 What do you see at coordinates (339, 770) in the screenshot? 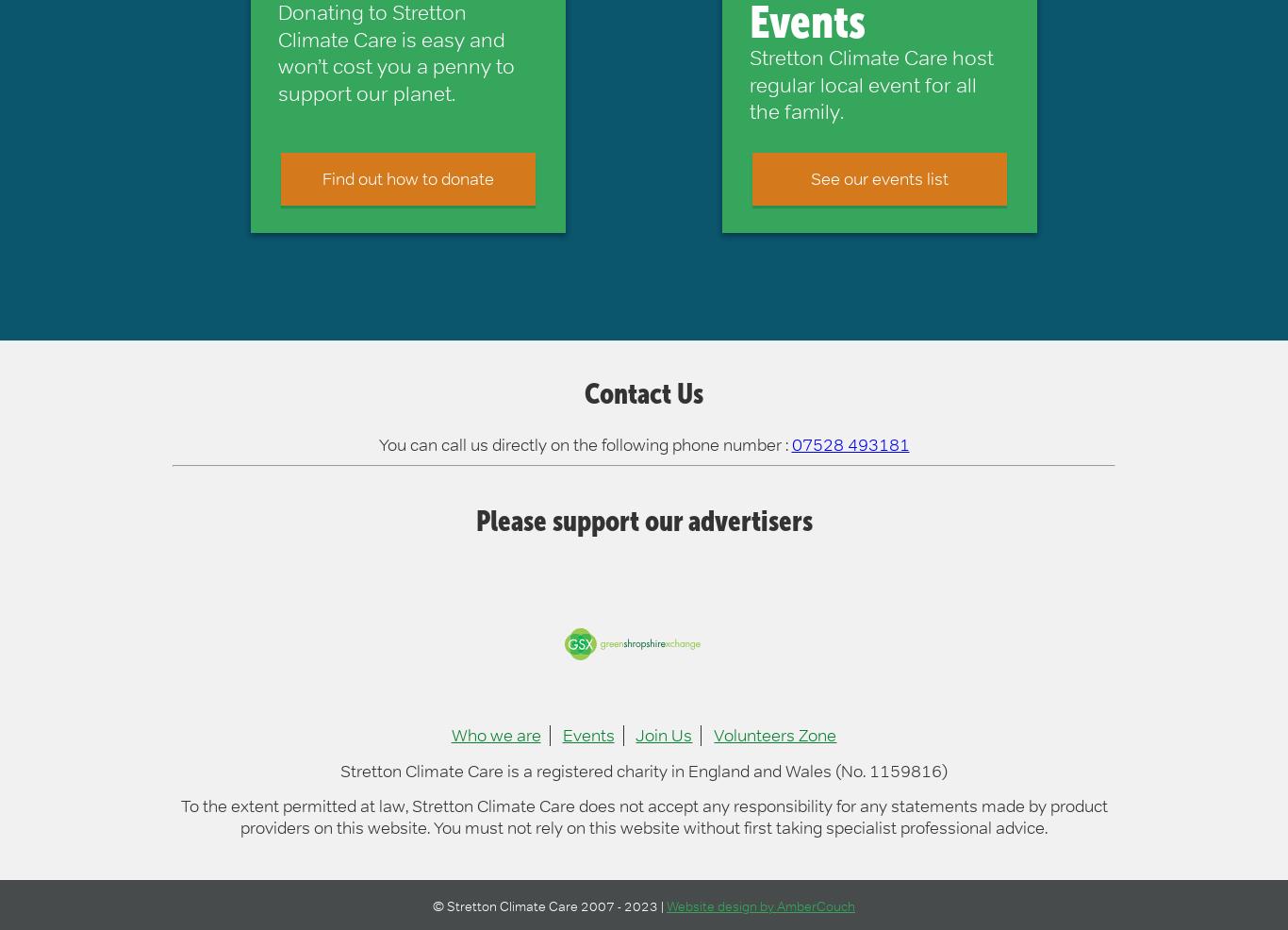
I see `'Stretton Climate Care is a registered charity in England and Wales (No. 1159816)'` at bounding box center [339, 770].